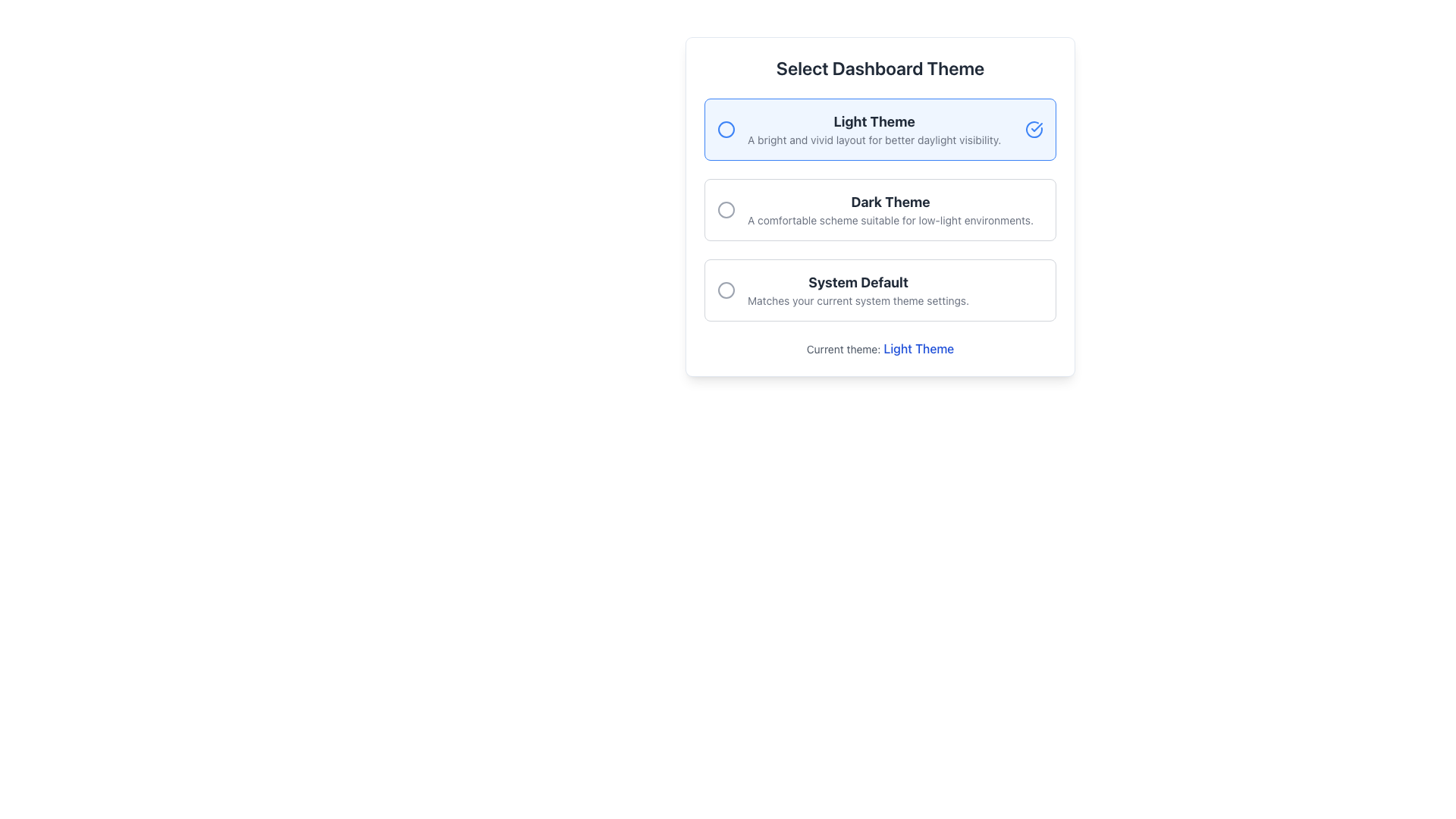 The width and height of the screenshot is (1456, 819). I want to click on the text label reading 'Dark Theme', which is styled with bold, large, dark gray font, located above a descriptive text within the middle selectable option of the dashboard theme settings, so click(890, 201).